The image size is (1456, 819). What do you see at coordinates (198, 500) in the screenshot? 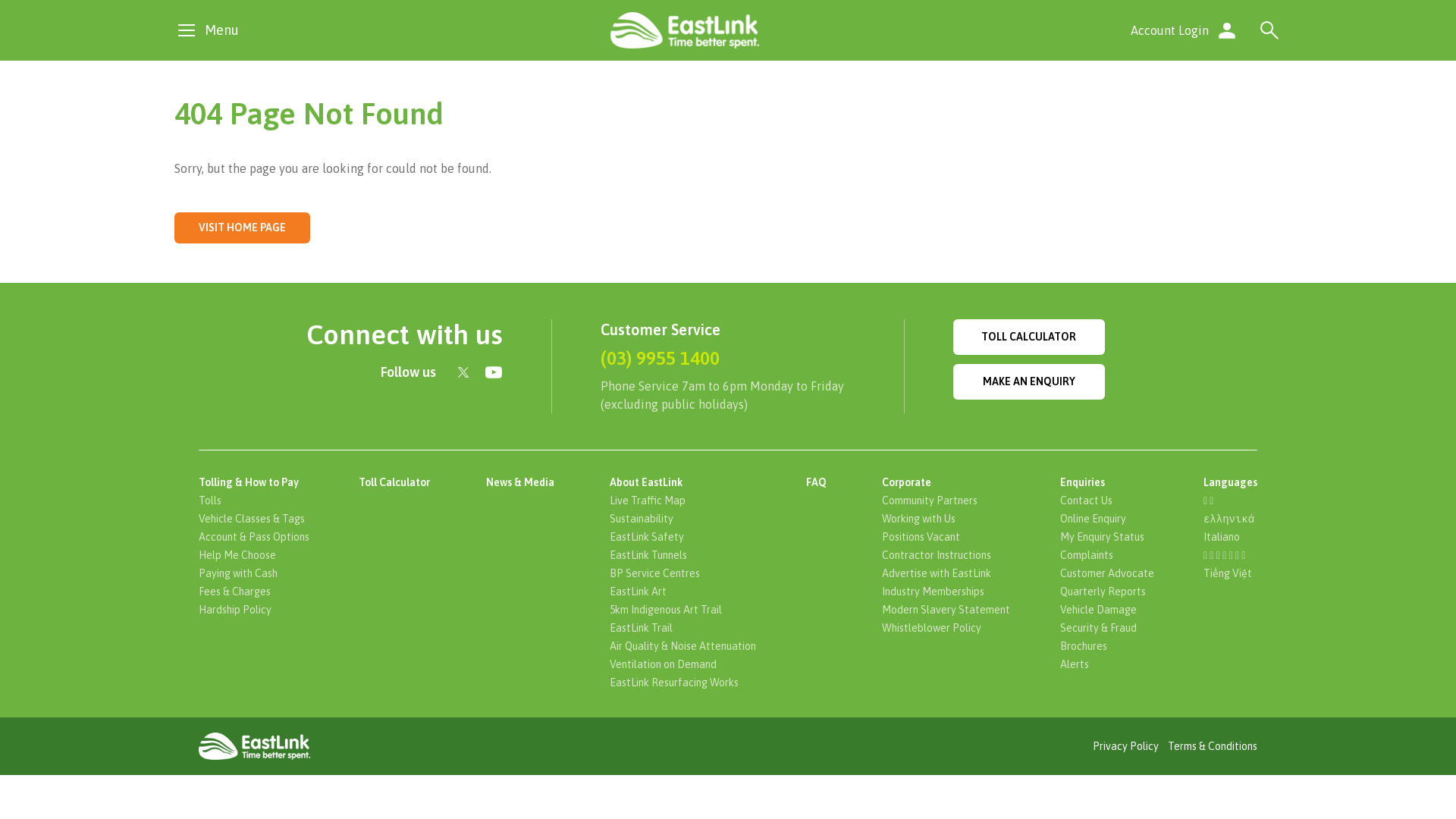
I see `'Tolls'` at bounding box center [198, 500].